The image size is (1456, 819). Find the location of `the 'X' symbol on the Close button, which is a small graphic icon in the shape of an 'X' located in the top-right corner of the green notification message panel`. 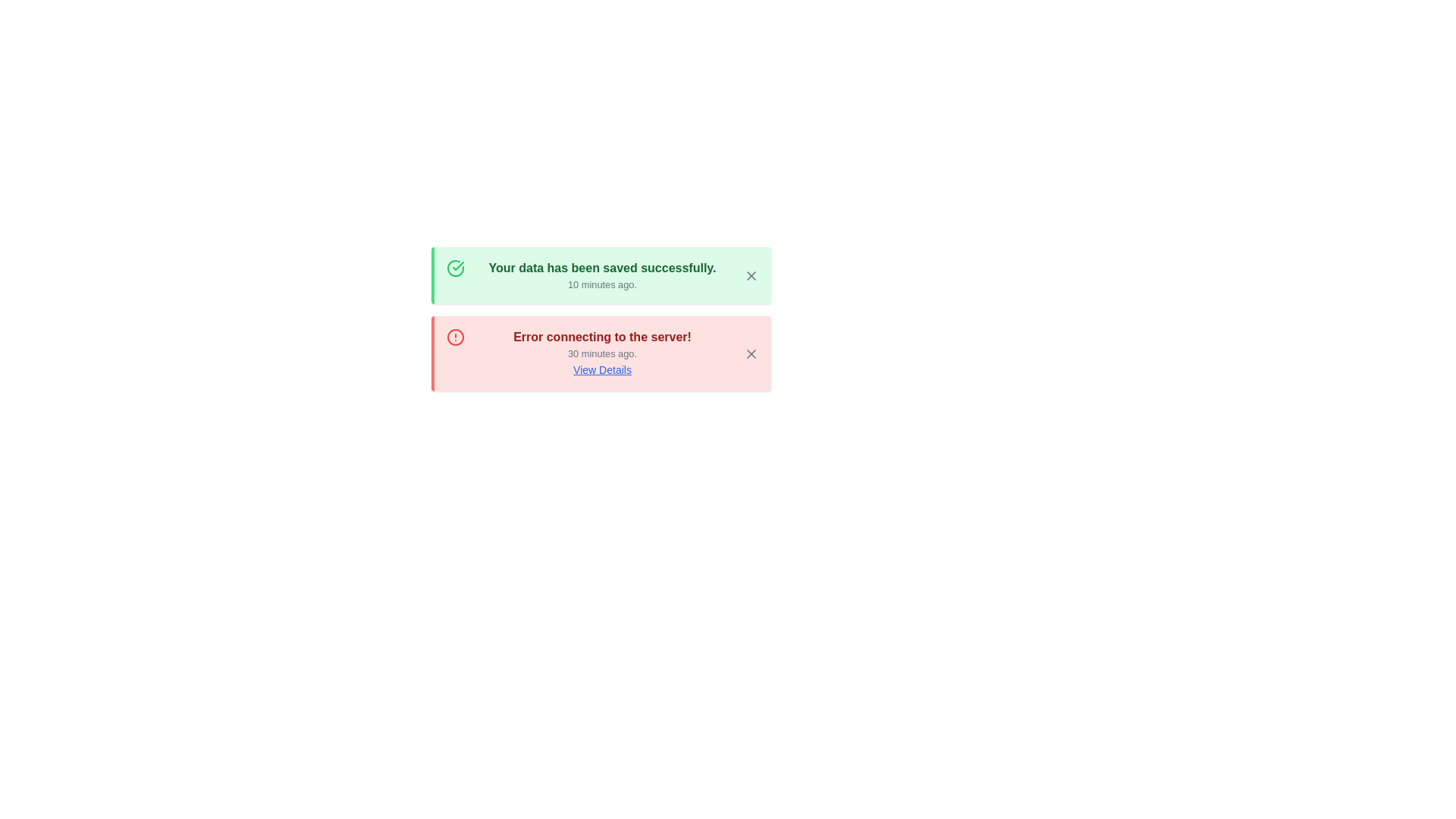

the 'X' symbol on the Close button, which is a small graphic icon in the shape of an 'X' located in the top-right corner of the green notification message panel is located at coordinates (751, 275).